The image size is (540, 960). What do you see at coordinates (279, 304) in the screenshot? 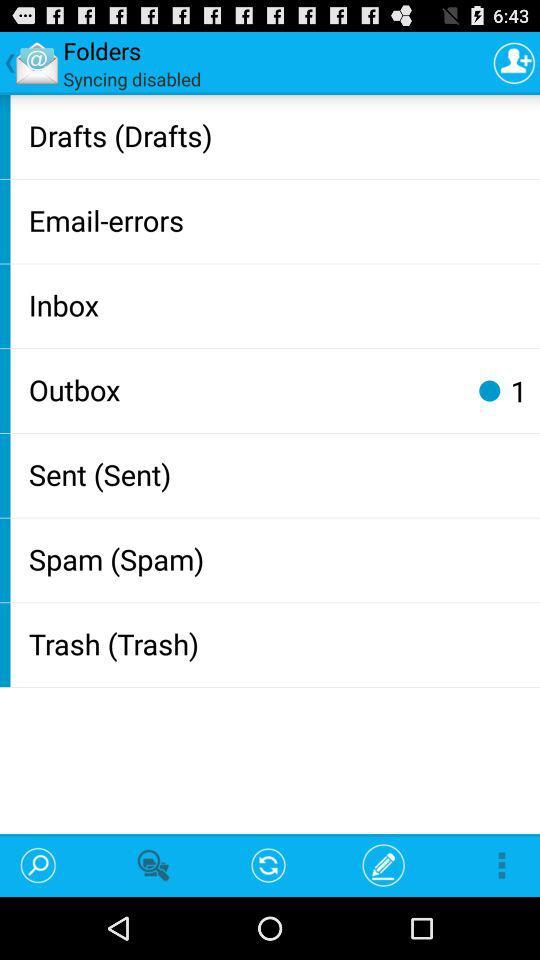
I see `inbox app` at bounding box center [279, 304].